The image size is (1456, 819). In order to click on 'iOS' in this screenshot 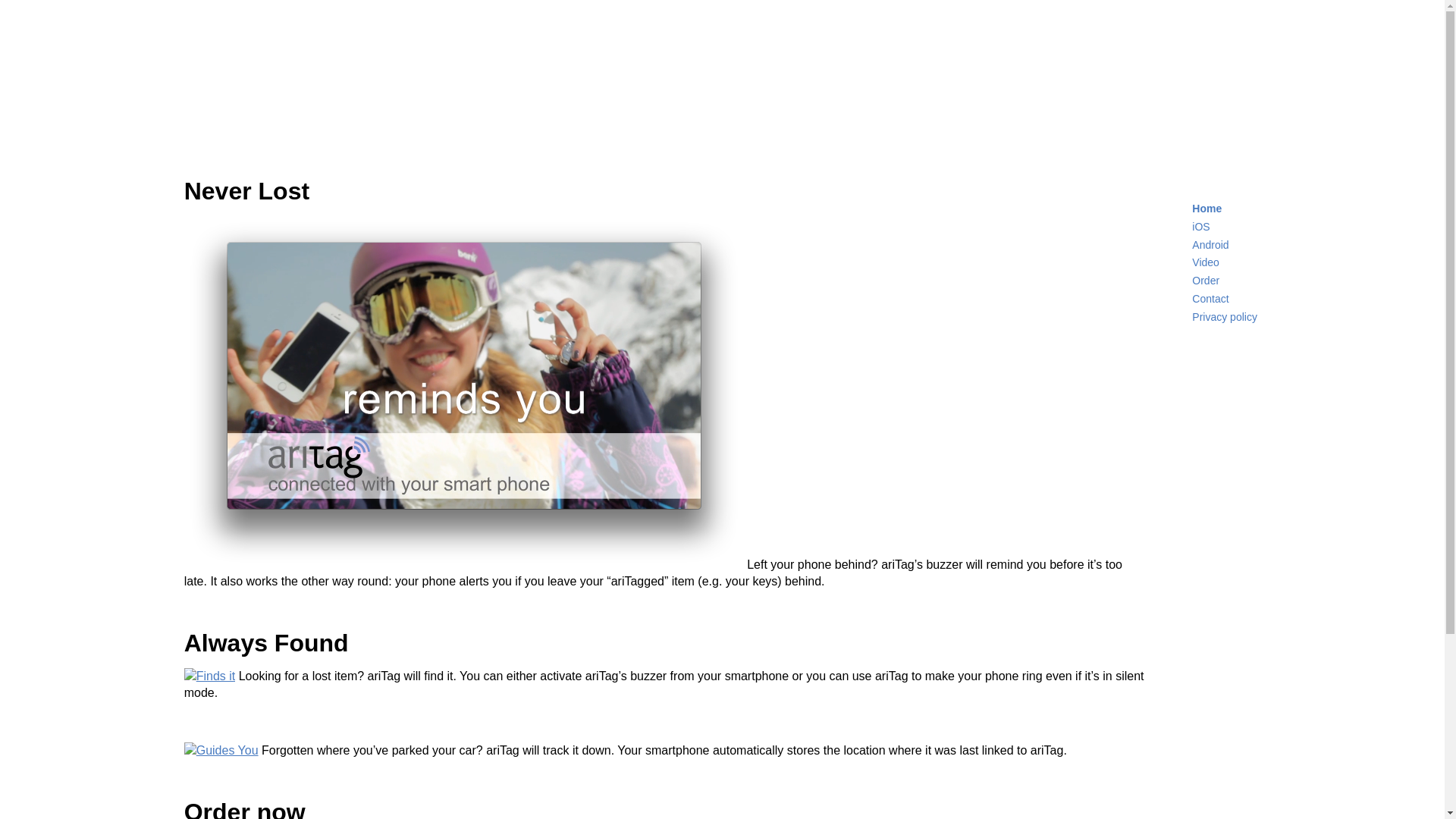, I will do `click(1200, 227)`.